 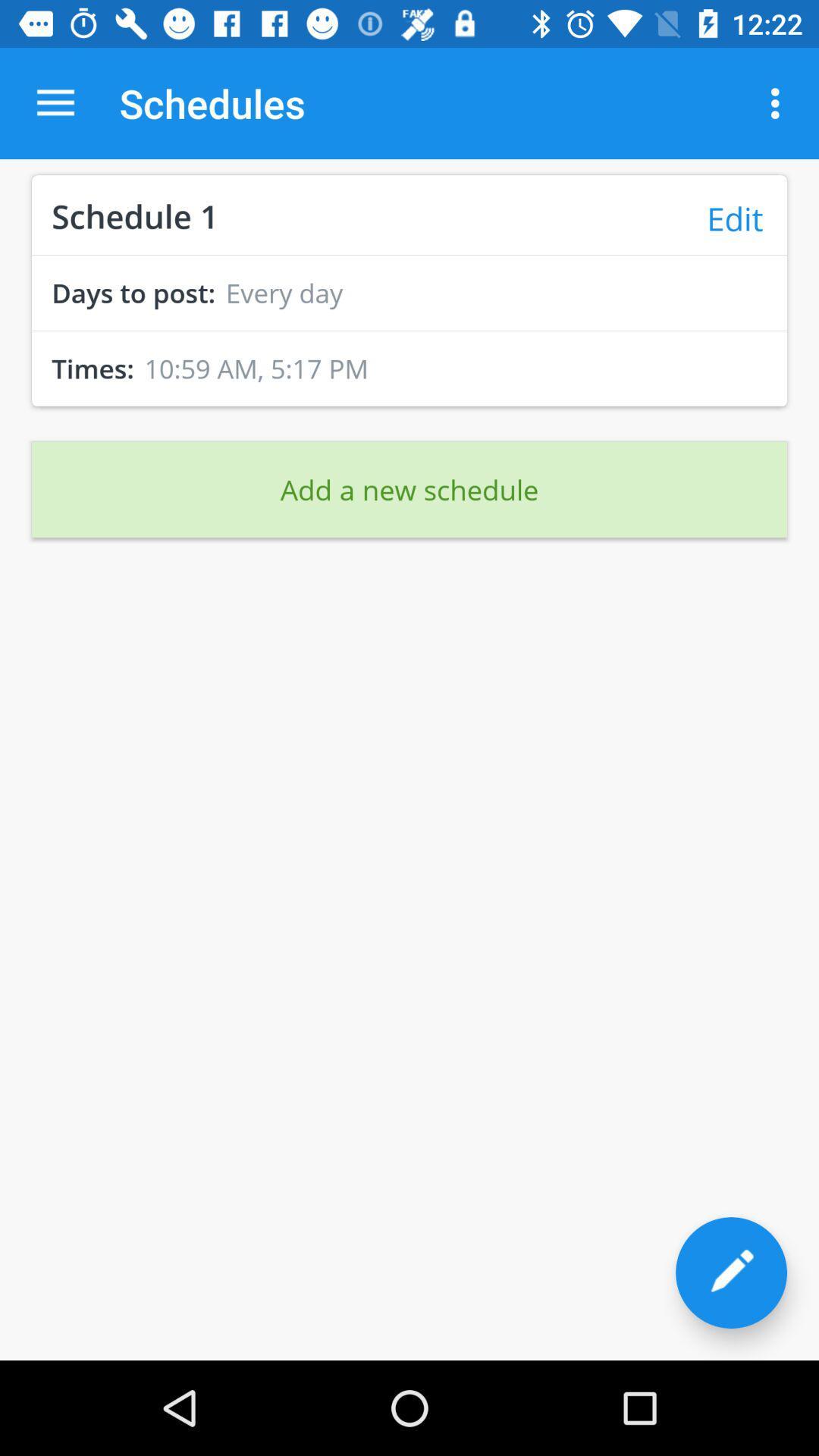 What do you see at coordinates (55, 102) in the screenshot?
I see `the icon above schedule 1 icon` at bounding box center [55, 102].